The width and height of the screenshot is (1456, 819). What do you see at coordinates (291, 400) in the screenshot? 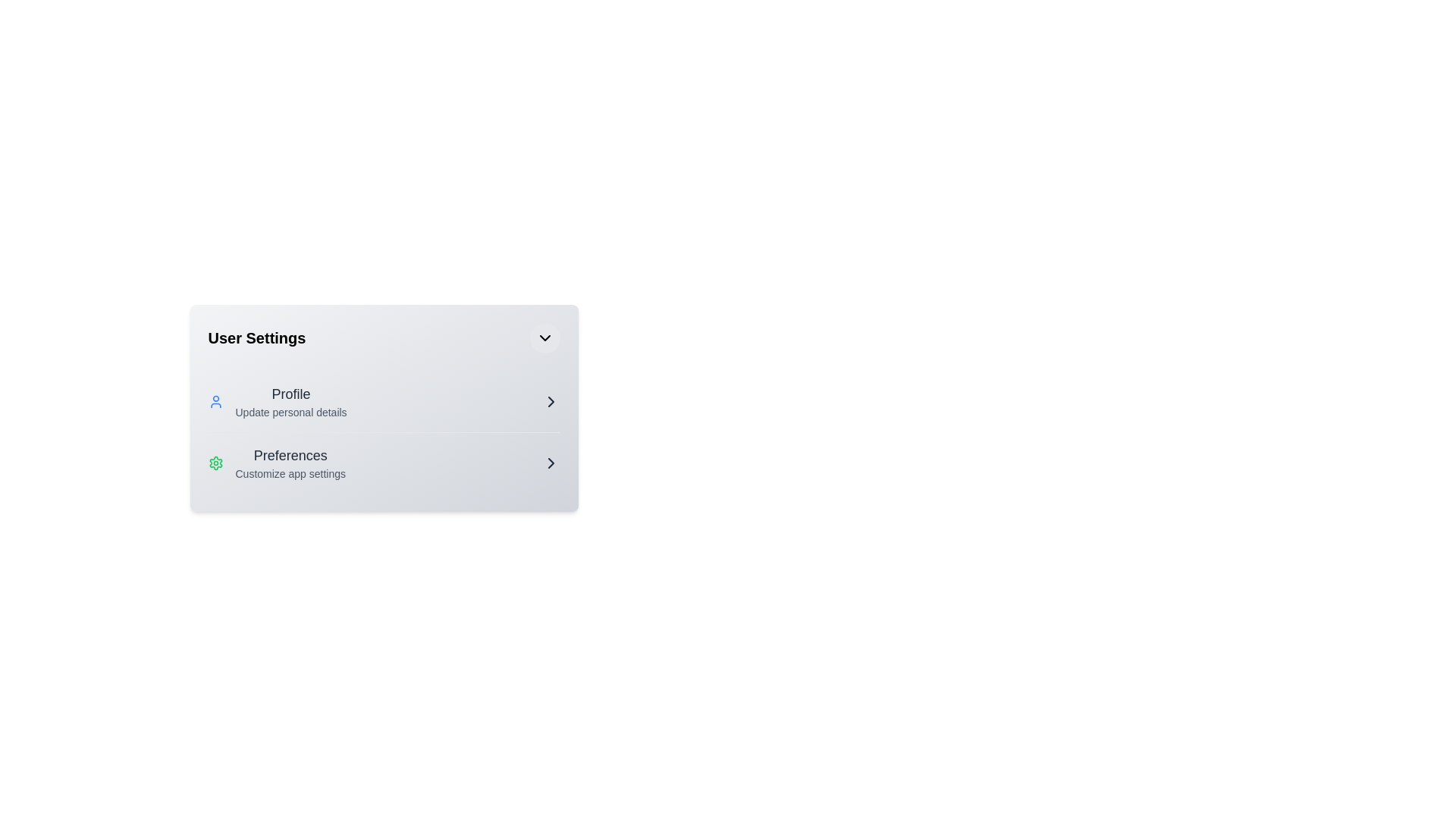
I see `the textual label with subheading` at bounding box center [291, 400].